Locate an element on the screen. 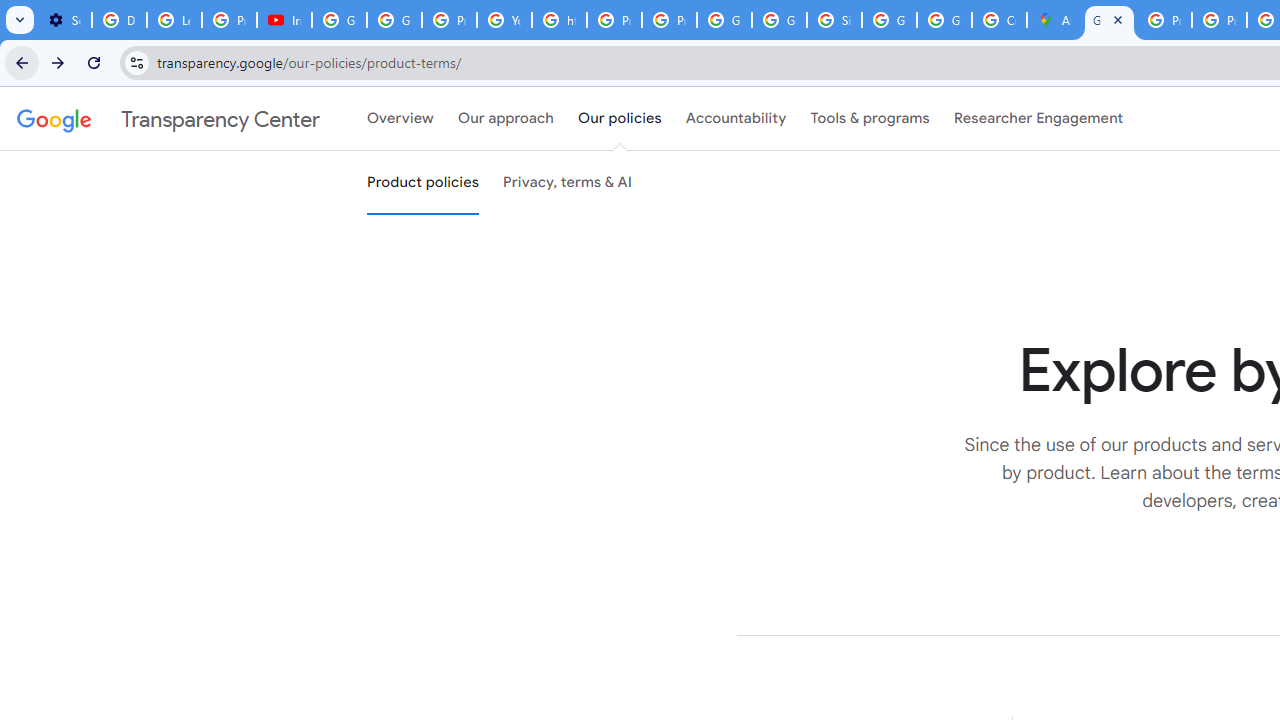 The height and width of the screenshot is (720, 1280). 'Transparency Center' is located at coordinates (168, 119).